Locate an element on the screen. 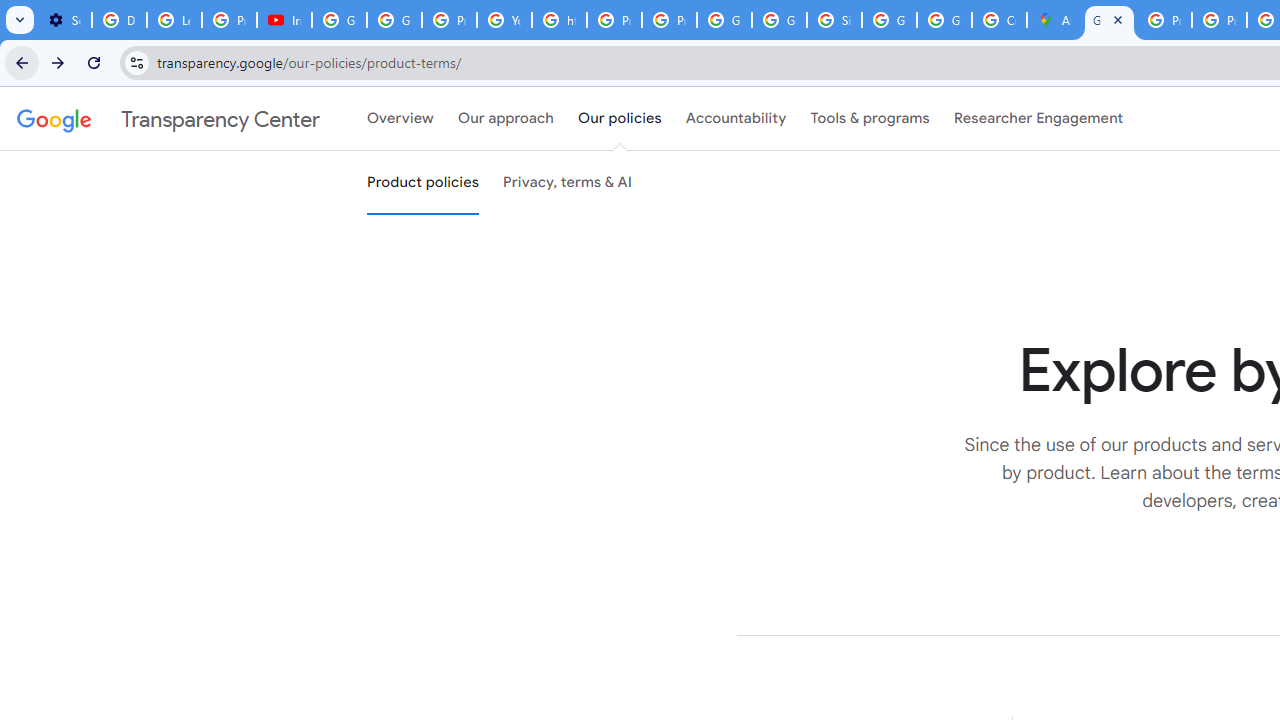 The height and width of the screenshot is (720, 1280). 'Transparency Center' is located at coordinates (168, 119).